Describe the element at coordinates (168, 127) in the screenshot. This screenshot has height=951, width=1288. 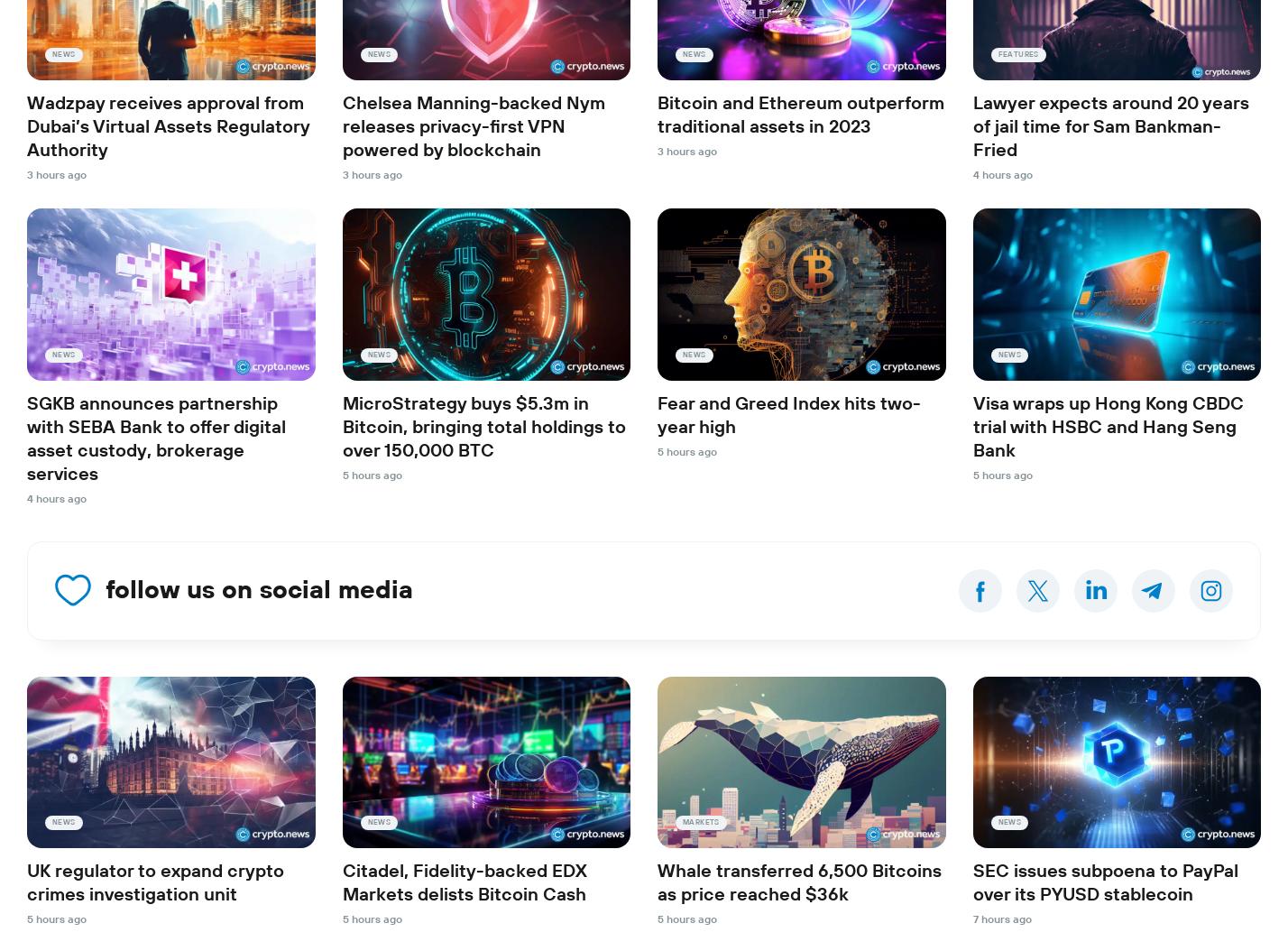
I see `'Wadzpay receives approval from Dubai’s Virtual Assets Regulatory Authority'` at that location.